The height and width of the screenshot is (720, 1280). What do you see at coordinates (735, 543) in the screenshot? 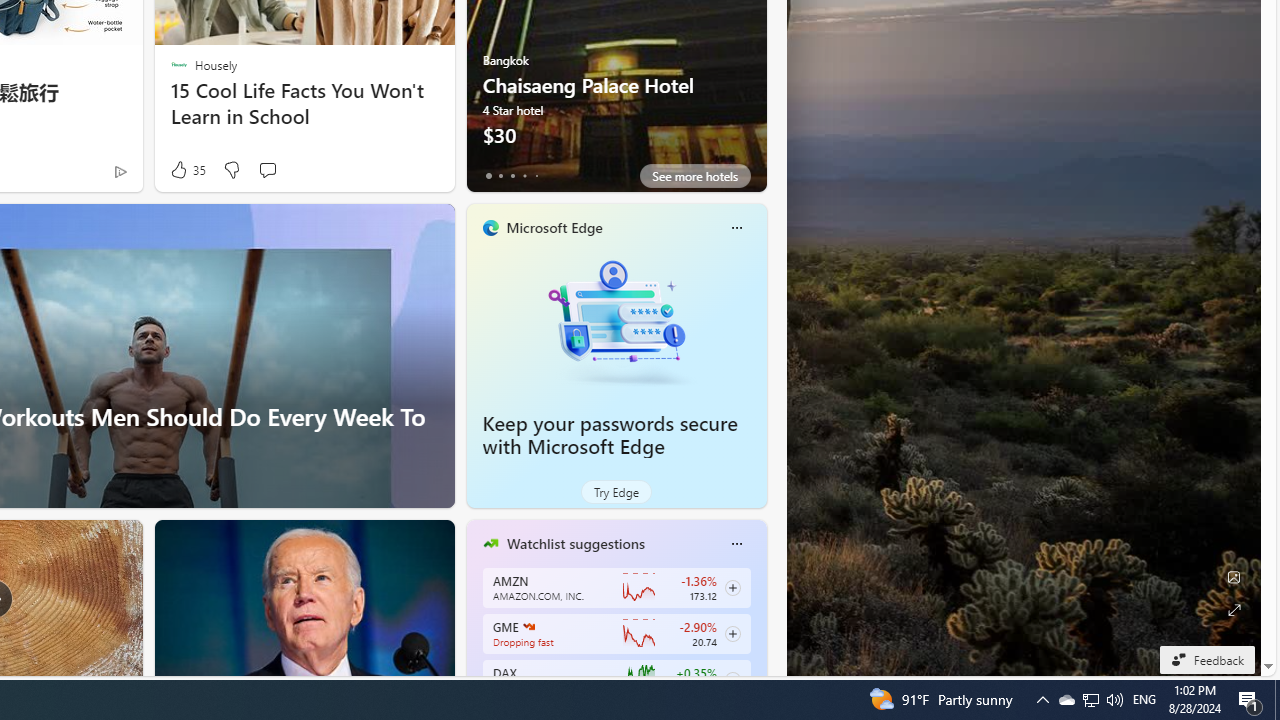
I see `'Class: icon-img'` at bounding box center [735, 543].